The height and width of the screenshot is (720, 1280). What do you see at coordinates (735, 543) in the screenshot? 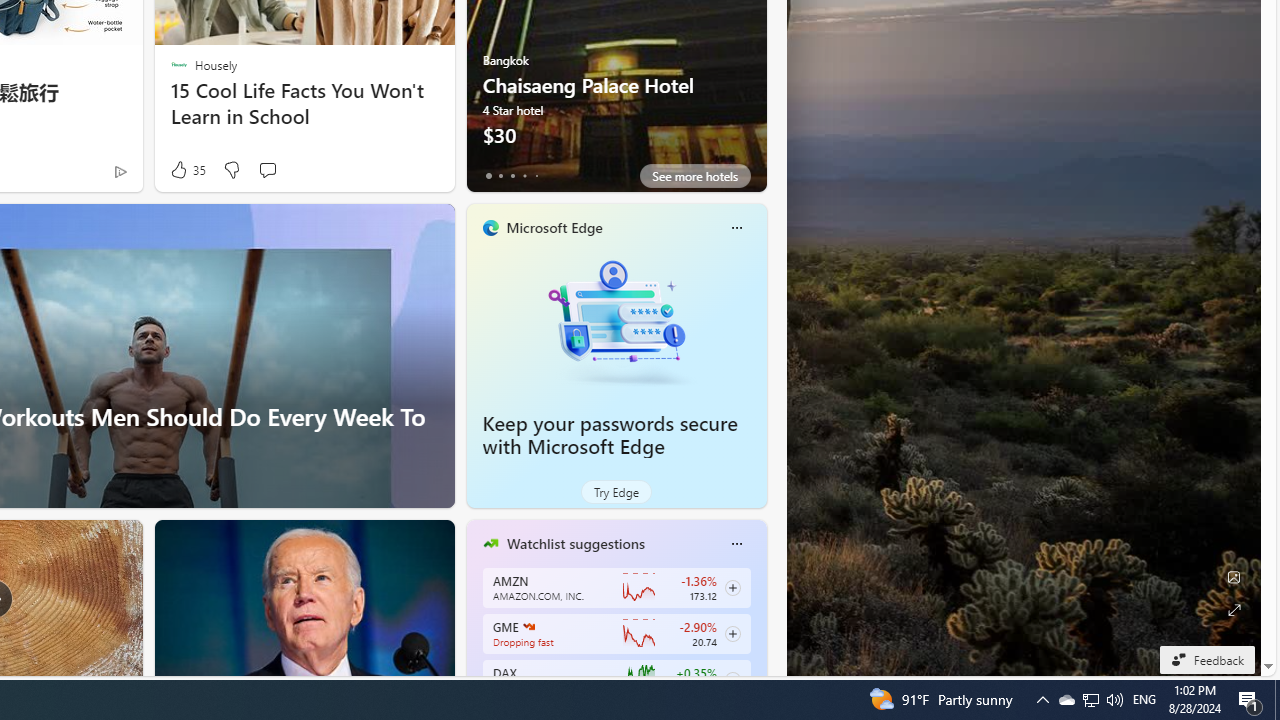
I see `'Class: icon-img'` at bounding box center [735, 543].